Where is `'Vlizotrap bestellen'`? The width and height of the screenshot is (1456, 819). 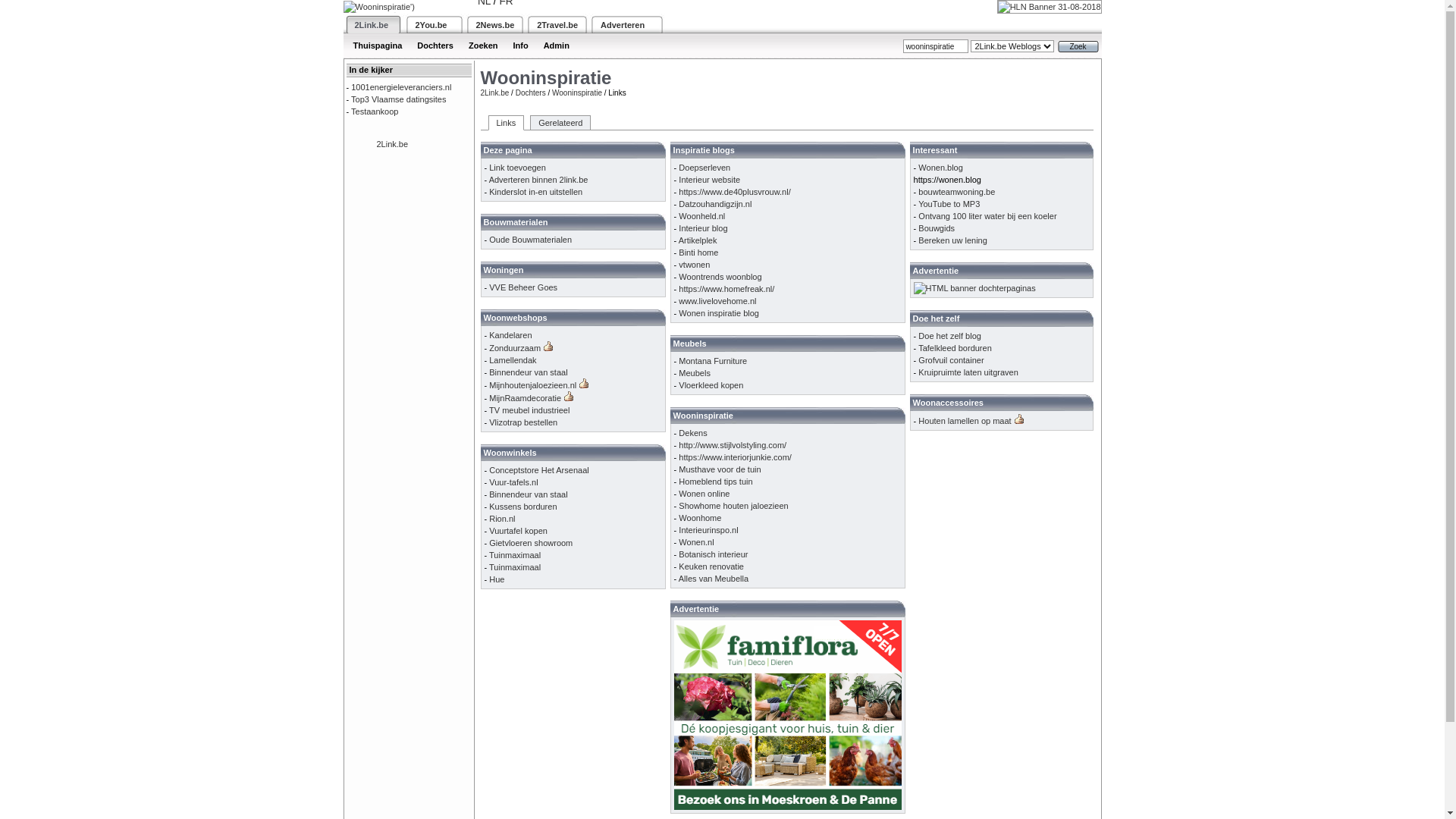 'Vlizotrap bestellen' is located at coordinates (523, 422).